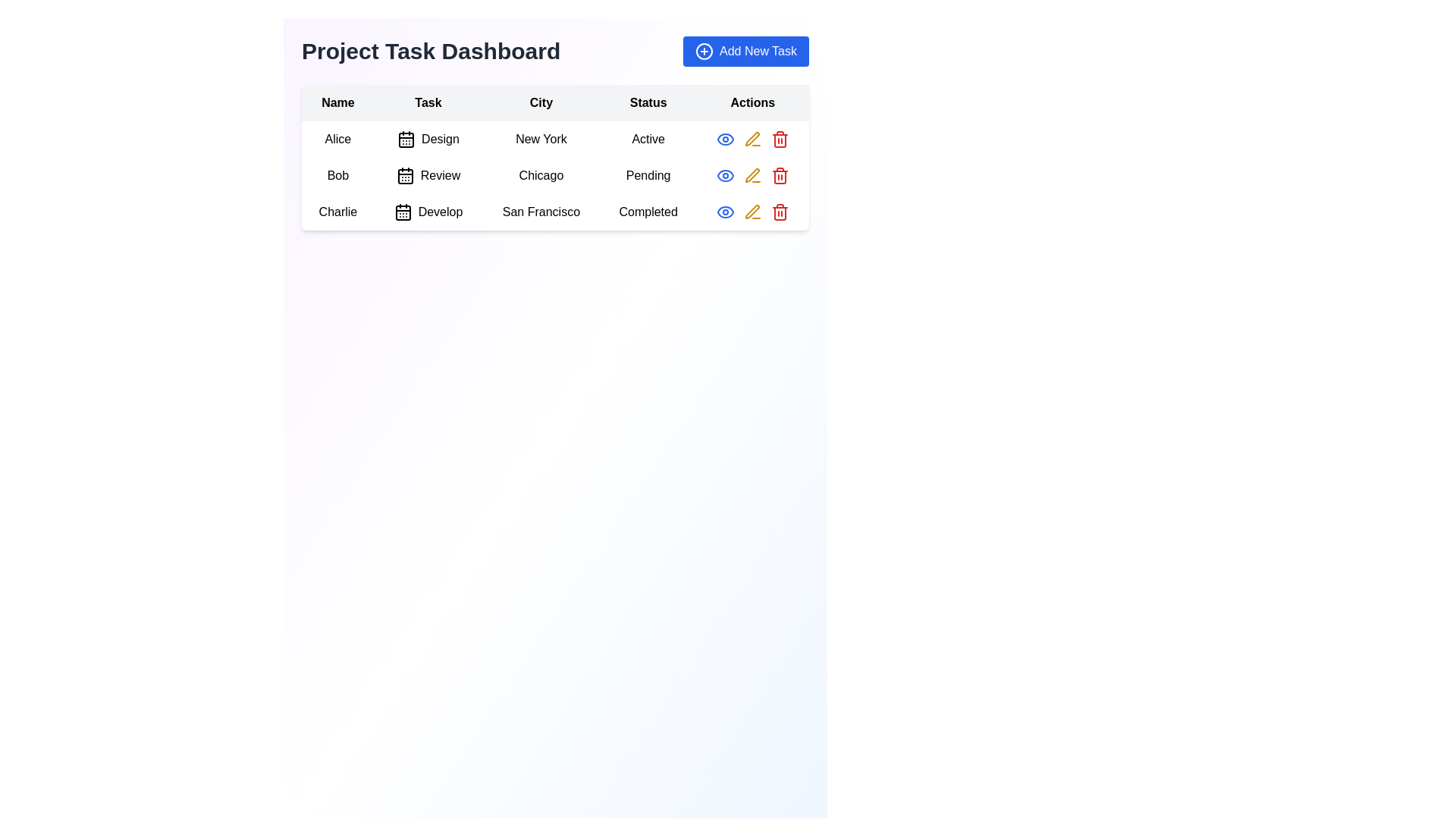  Describe the element at coordinates (780, 140) in the screenshot. I see `the red trash bin icon in the 'Actions' column for the row corresponding to 'Bob'` at that location.